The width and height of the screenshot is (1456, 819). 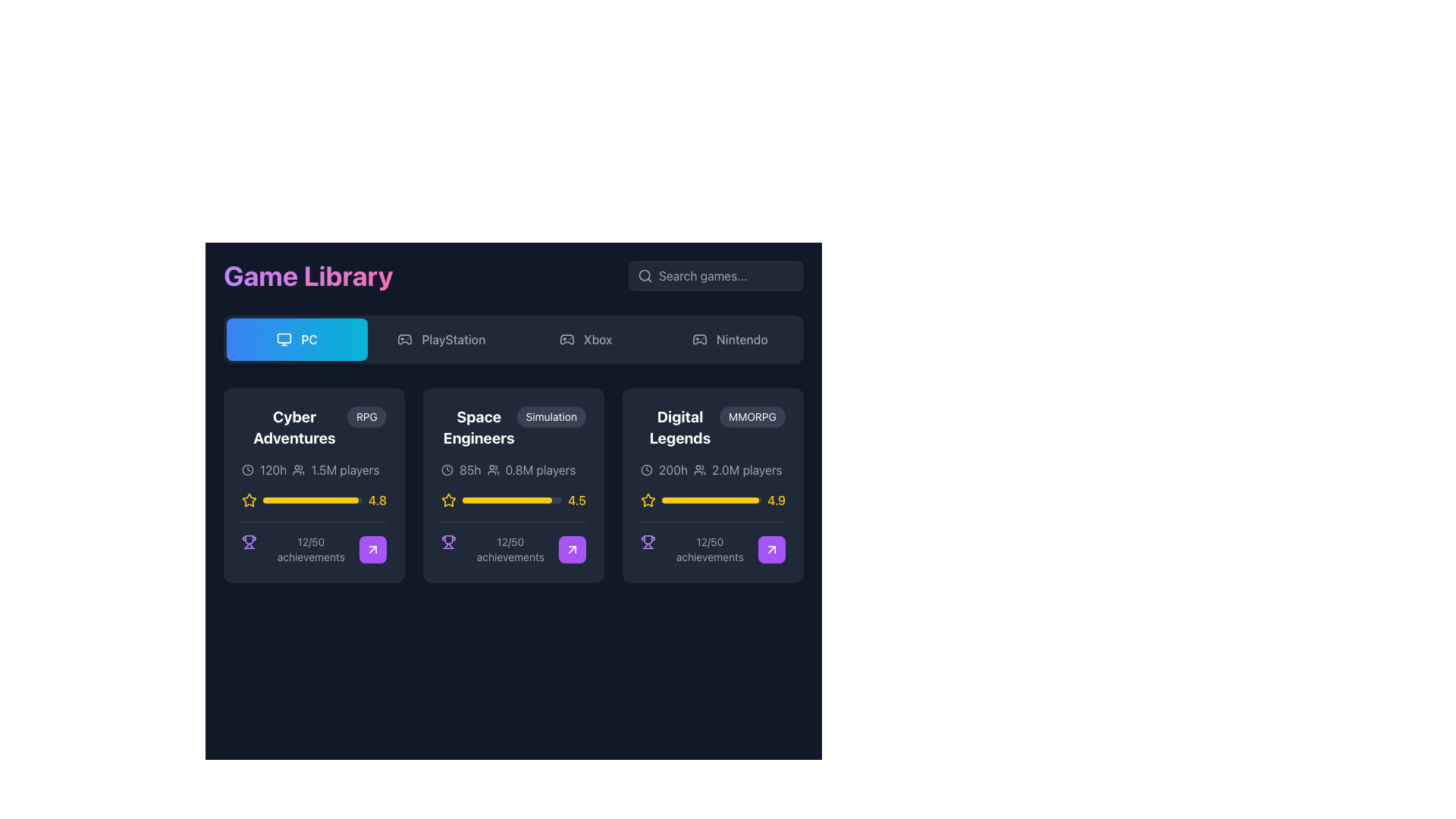 What do you see at coordinates (510, 550) in the screenshot?
I see `the static text display that shows the player's progress in achievements for the game 'Space Engineers', located at the bottom center of the card in the second column of the game library grid` at bounding box center [510, 550].